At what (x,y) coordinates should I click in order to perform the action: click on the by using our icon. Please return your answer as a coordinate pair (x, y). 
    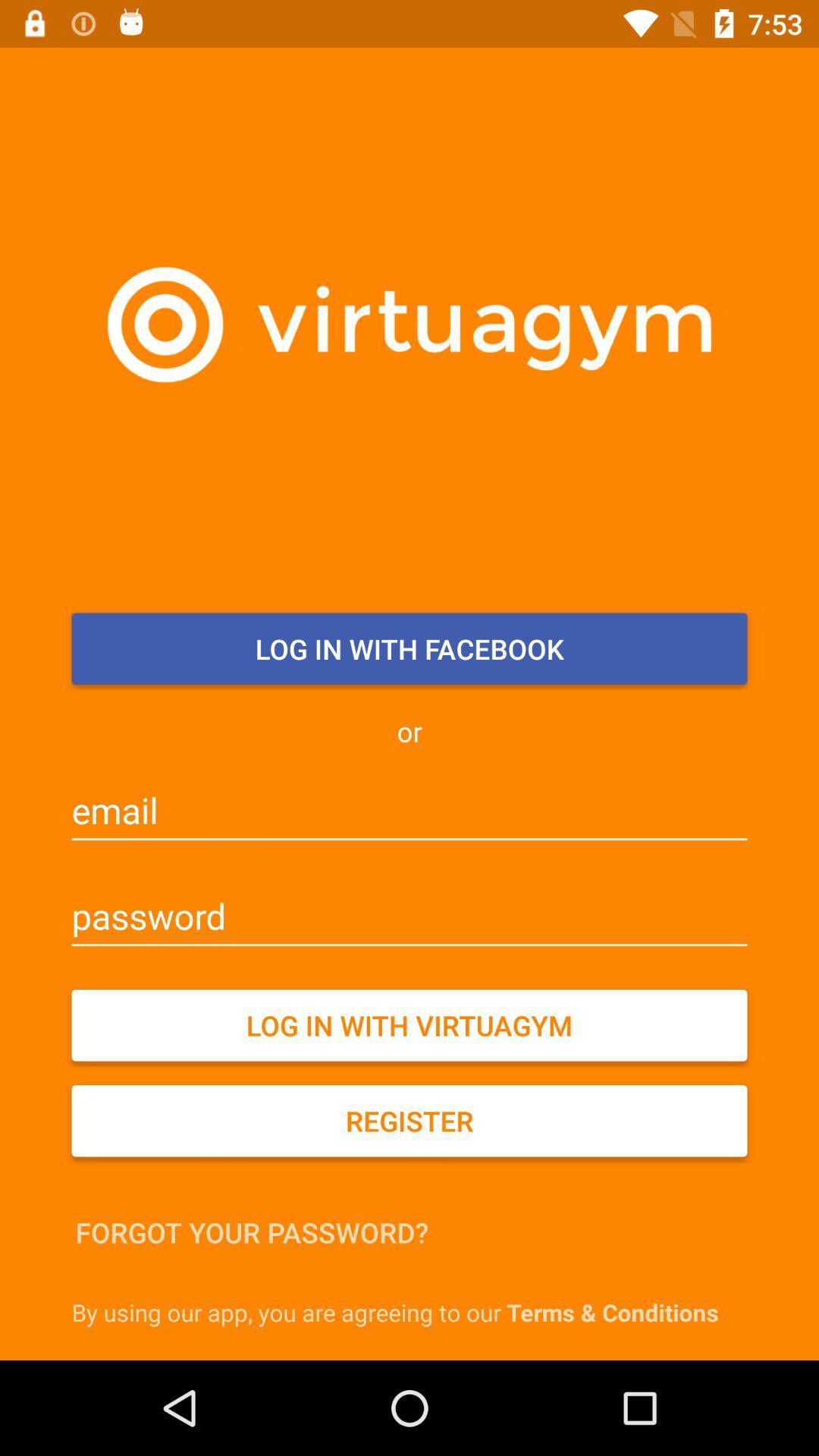
    Looking at the image, I should click on (413, 1311).